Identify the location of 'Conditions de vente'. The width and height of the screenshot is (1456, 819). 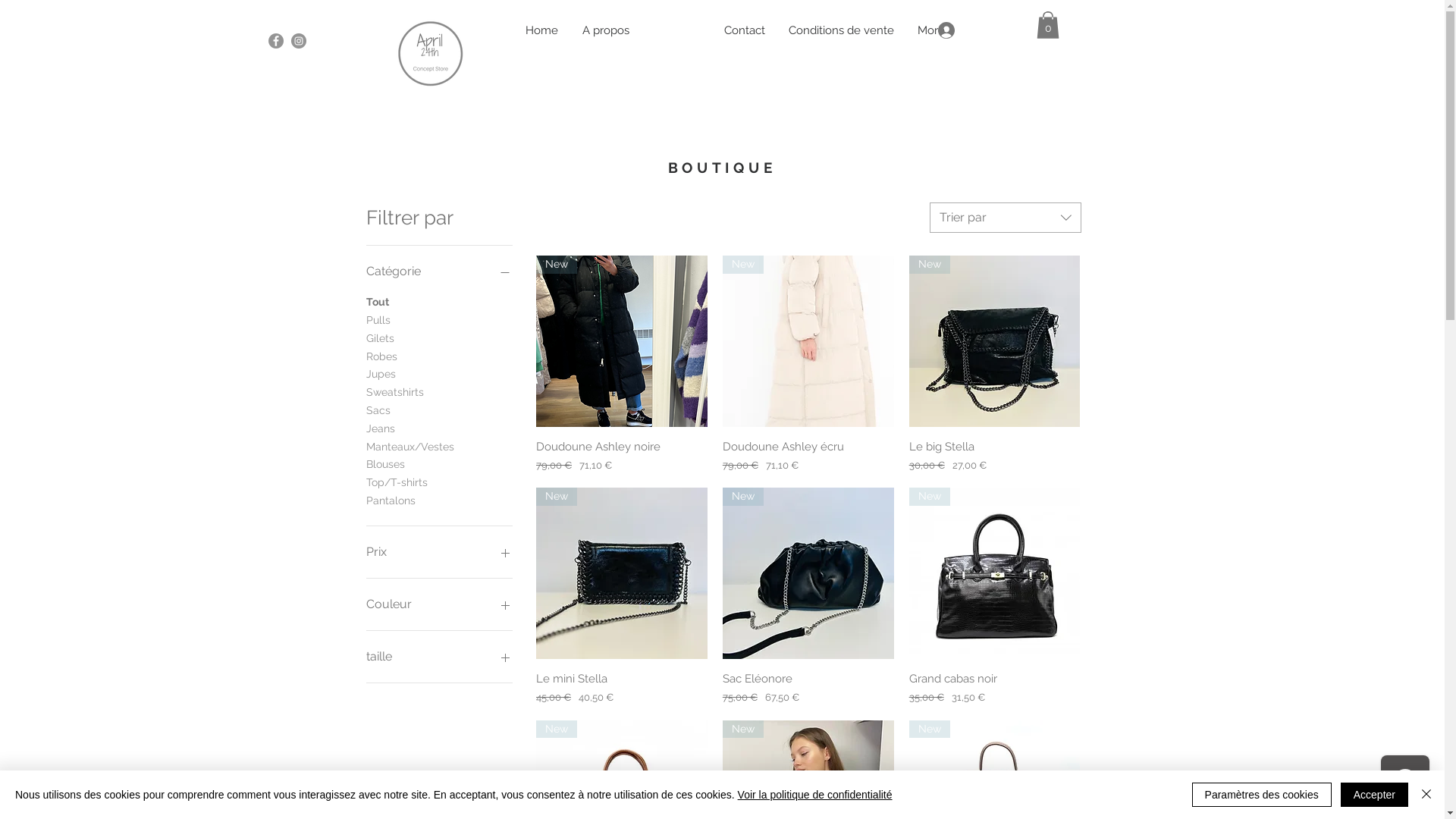
(839, 30).